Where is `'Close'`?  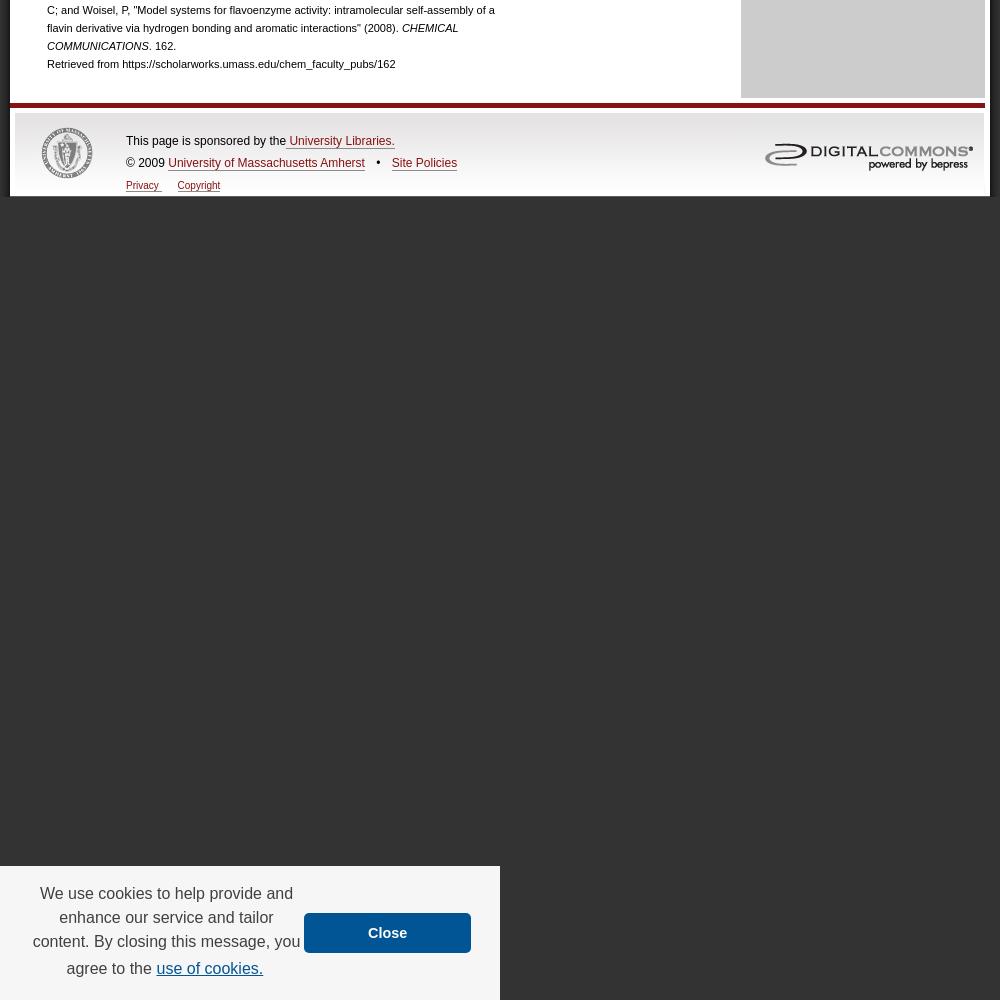
'Close' is located at coordinates (387, 932).